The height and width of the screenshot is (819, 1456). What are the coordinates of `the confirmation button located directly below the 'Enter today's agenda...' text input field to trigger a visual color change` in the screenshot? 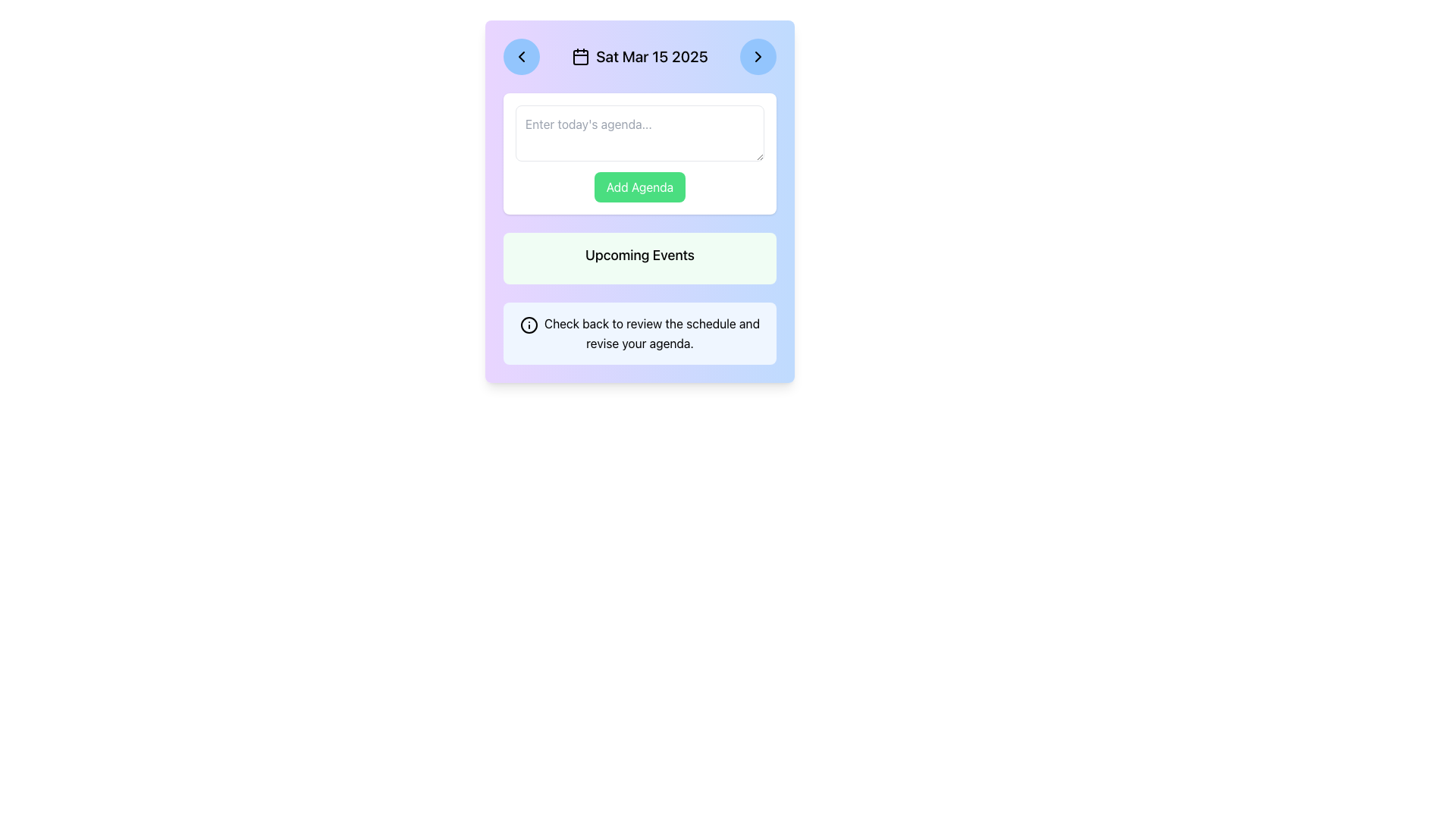 It's located at (640, 186).